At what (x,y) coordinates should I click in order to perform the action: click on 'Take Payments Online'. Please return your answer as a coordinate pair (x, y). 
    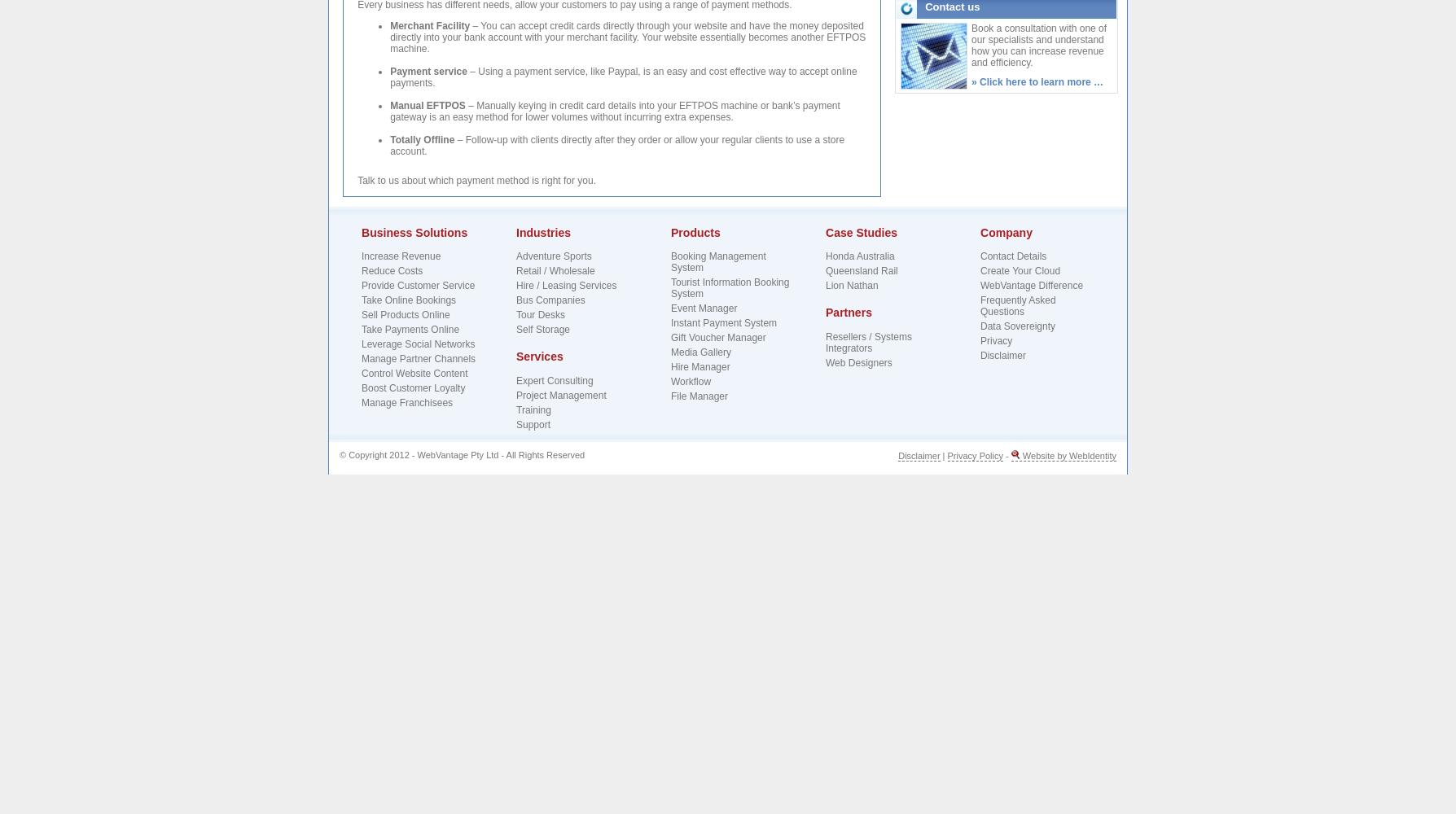
    Looking at the image, I should click on (360, 330).